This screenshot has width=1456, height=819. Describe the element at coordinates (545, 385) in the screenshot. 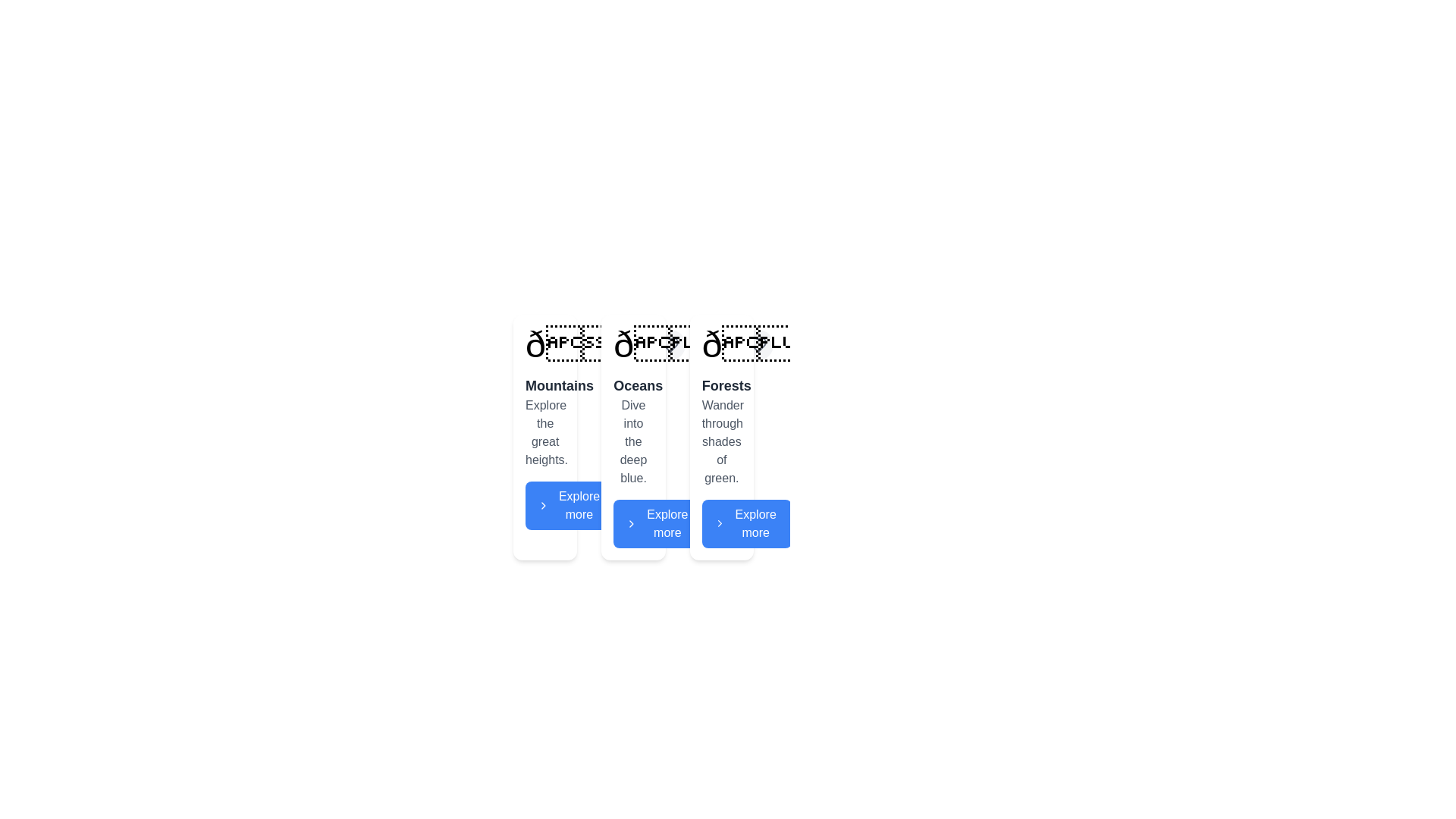

I see `main title text related to 'Mountains' located in the first card of a horizontally aligned list of cards` at that location.